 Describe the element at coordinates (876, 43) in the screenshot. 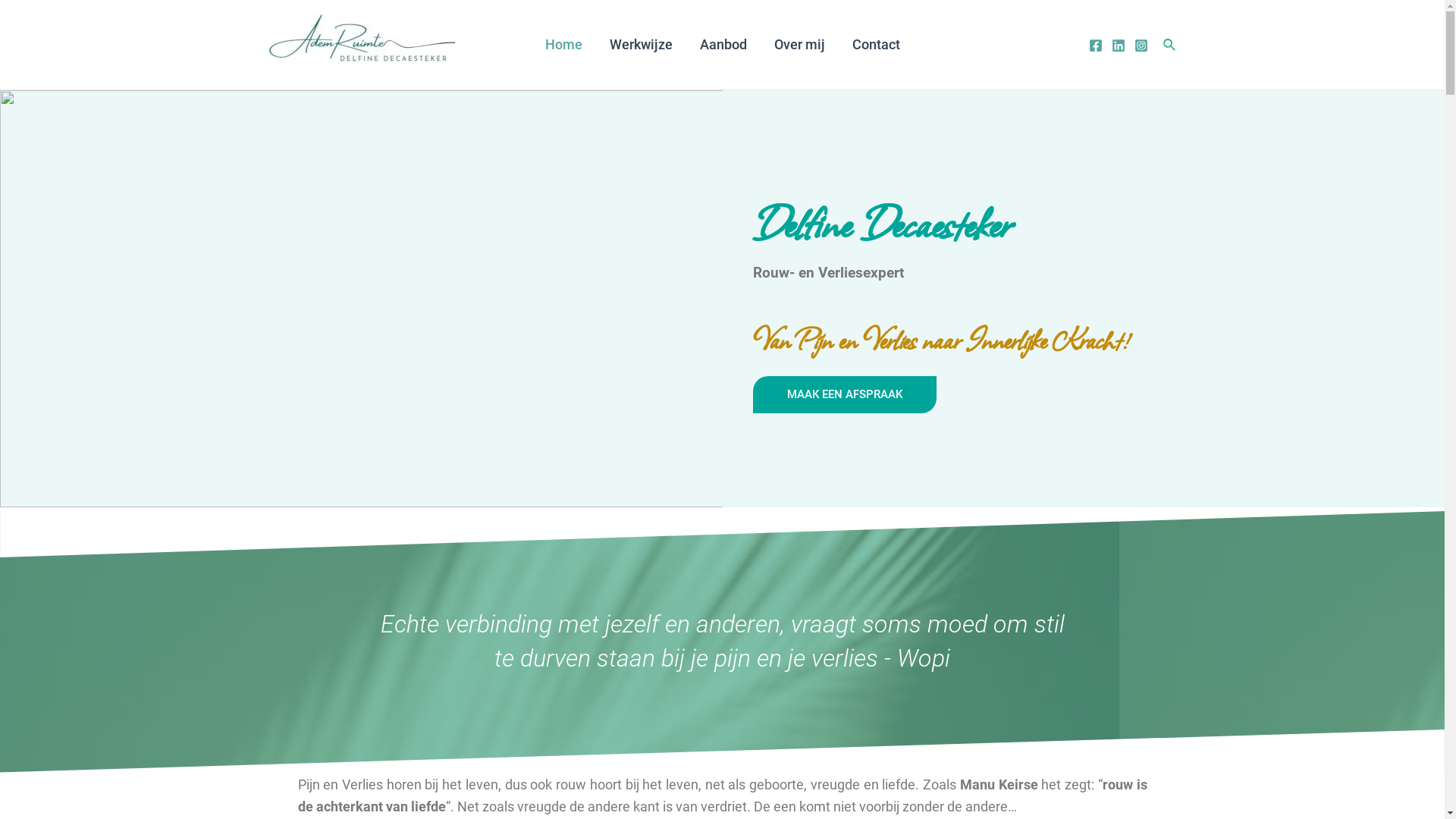

I see `'Contact'` at that location.